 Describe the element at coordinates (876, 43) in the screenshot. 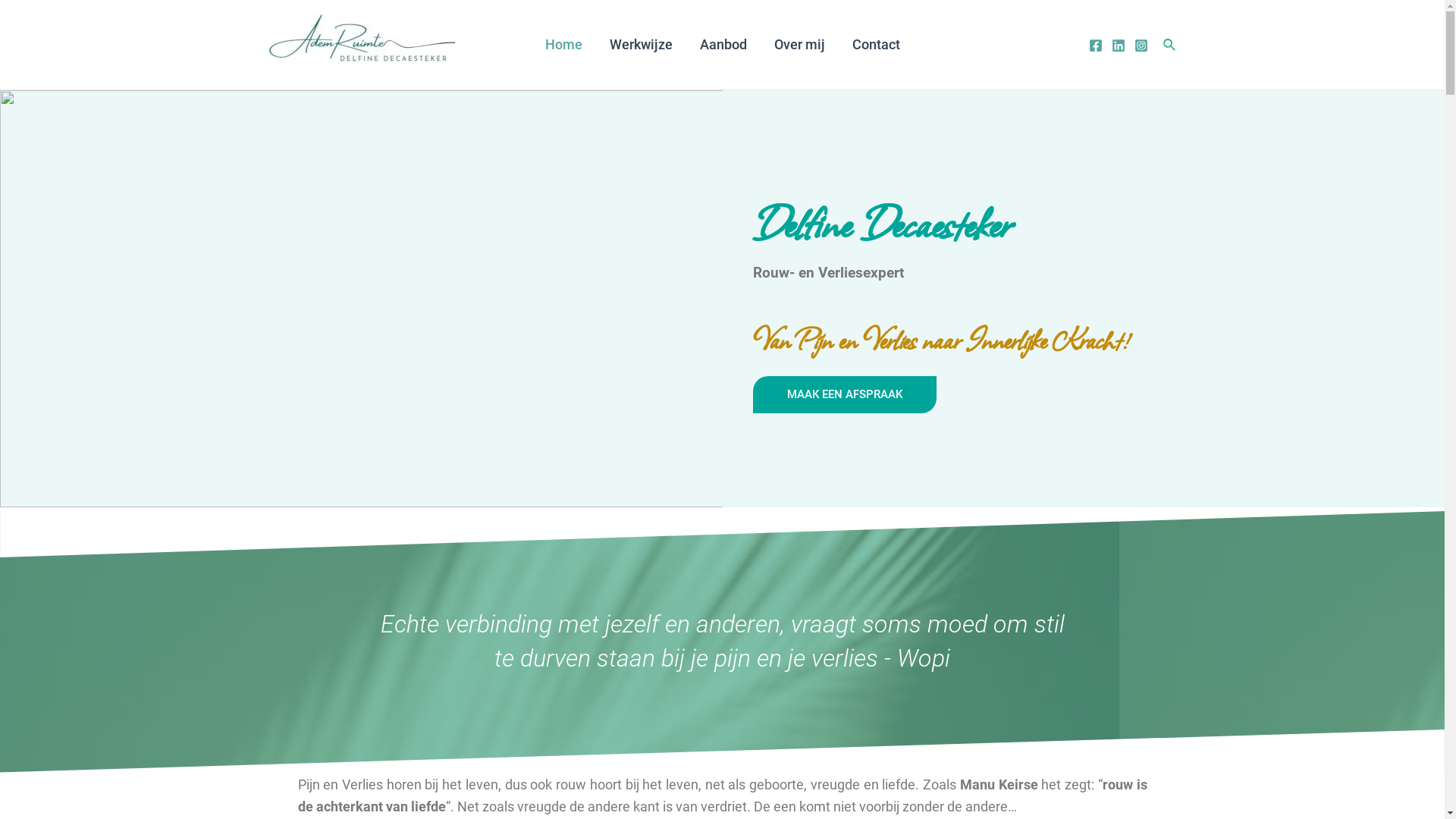

I see `'Contact'` at that location.